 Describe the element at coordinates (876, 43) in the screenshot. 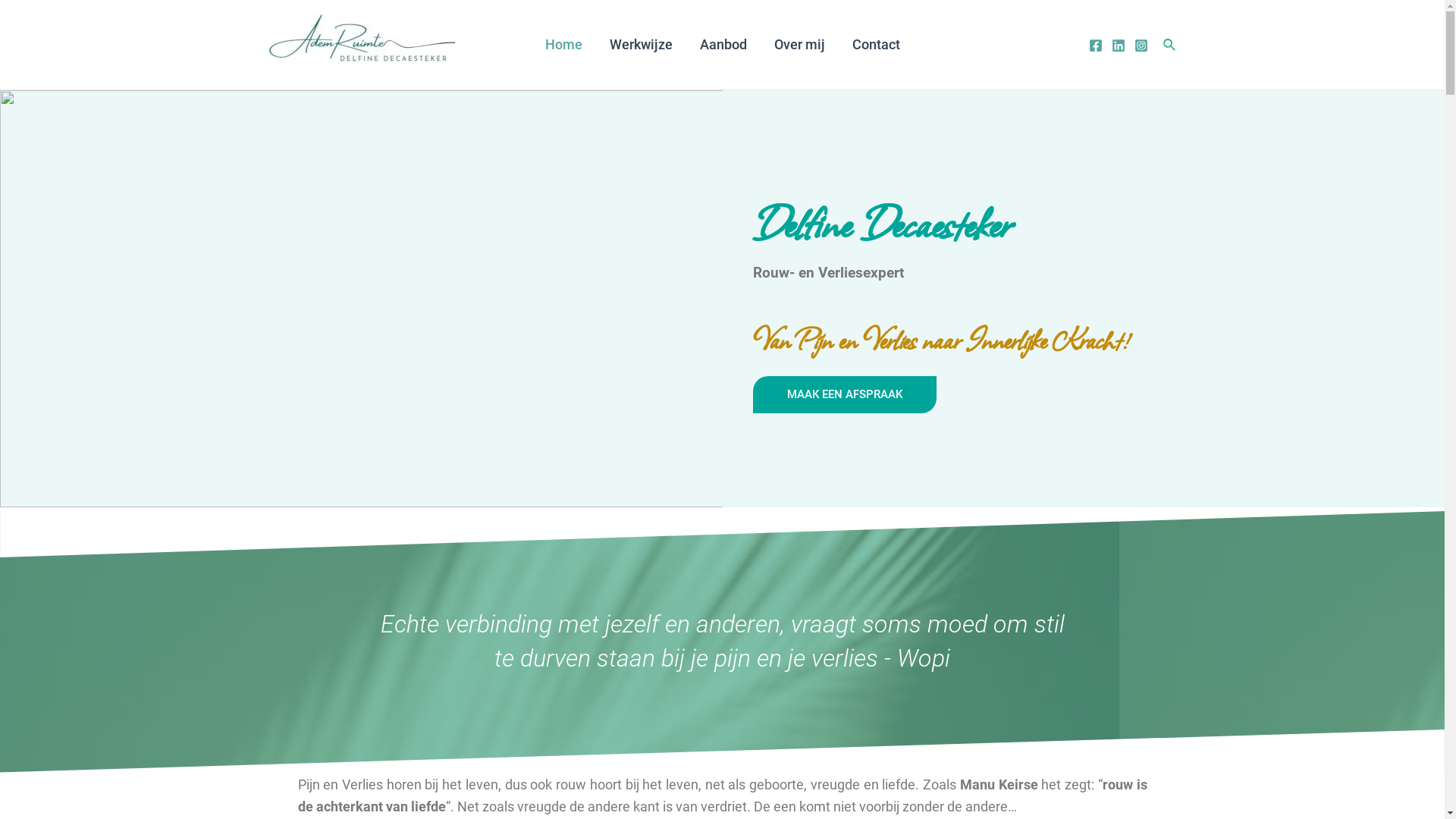

I see `'Contact'` at that location.